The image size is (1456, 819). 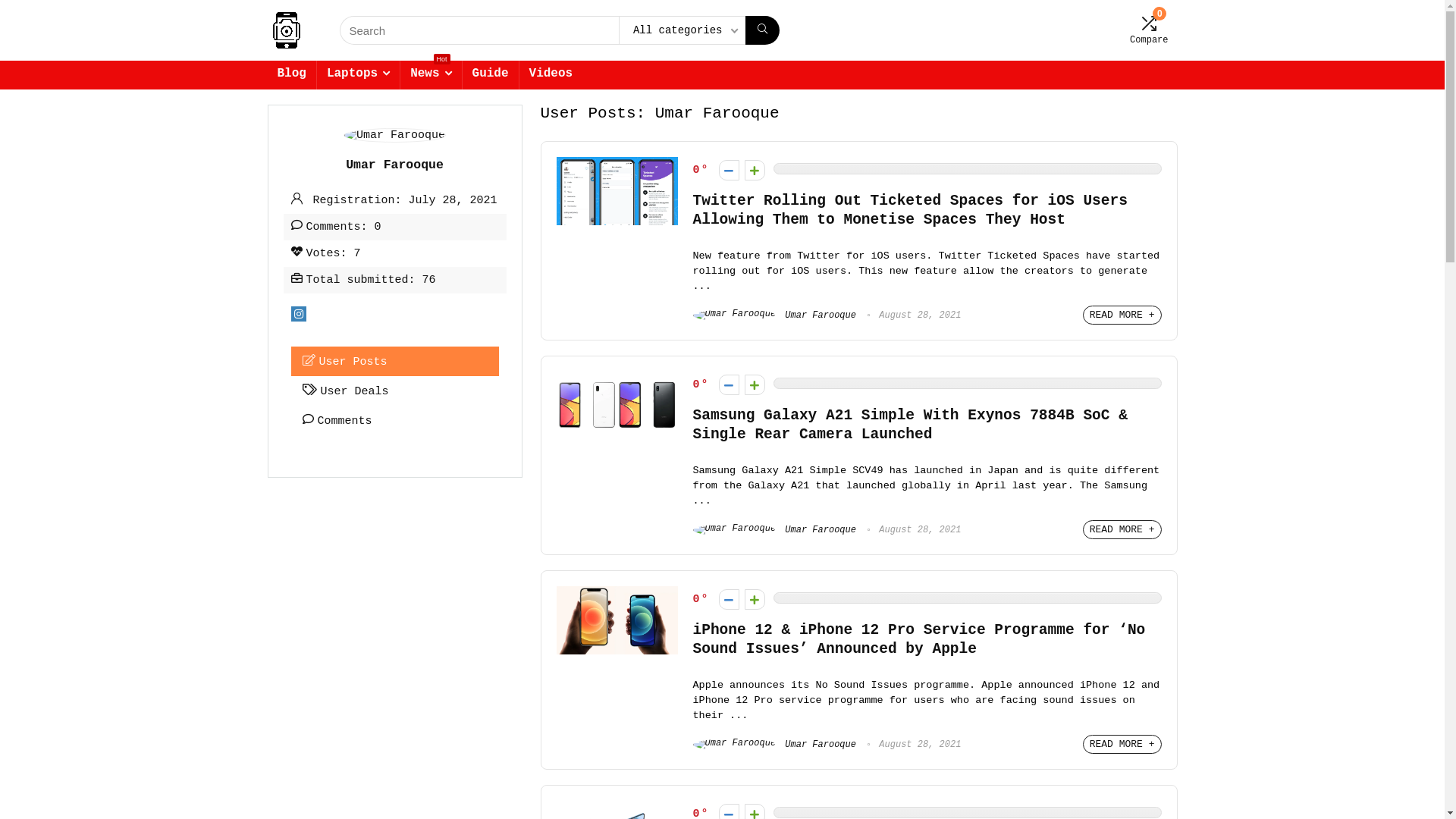 I want to click on 'Umar Farooque', so click(x=774, y=529).